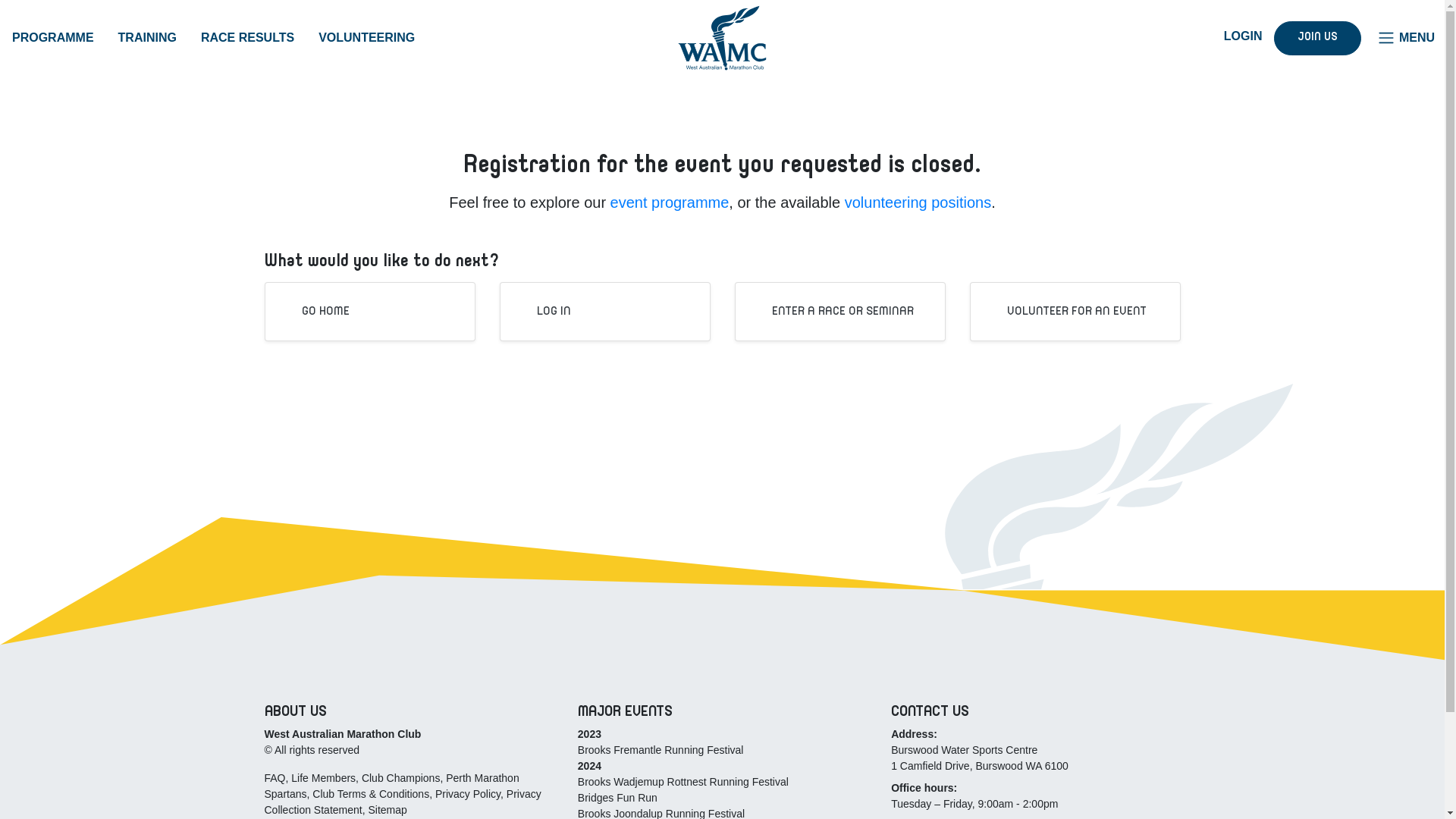 The width and height of the screenshot is (1456, 819). I want to click on 'ENTER A RACE OR SEMINAR', so click(831, 311).